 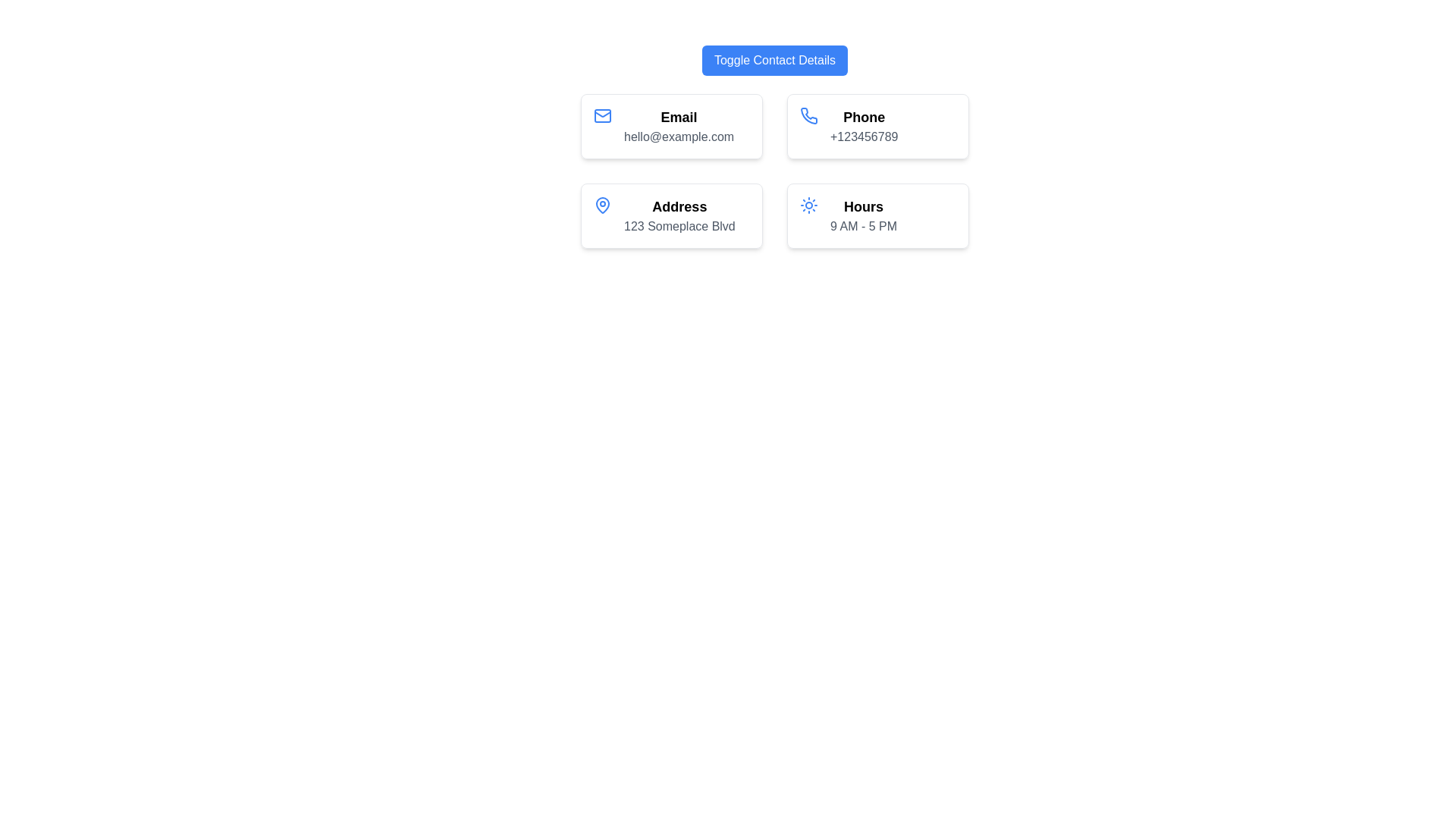 What do you see at coordinates (808, 205) in the screenshot?
I see `the 'Hours' icon located in the top-right quadrant of the interface, above the text '9 AM - 5 PM', which serves as a visual representation of the operational hours` at bounding box center [808, 205].